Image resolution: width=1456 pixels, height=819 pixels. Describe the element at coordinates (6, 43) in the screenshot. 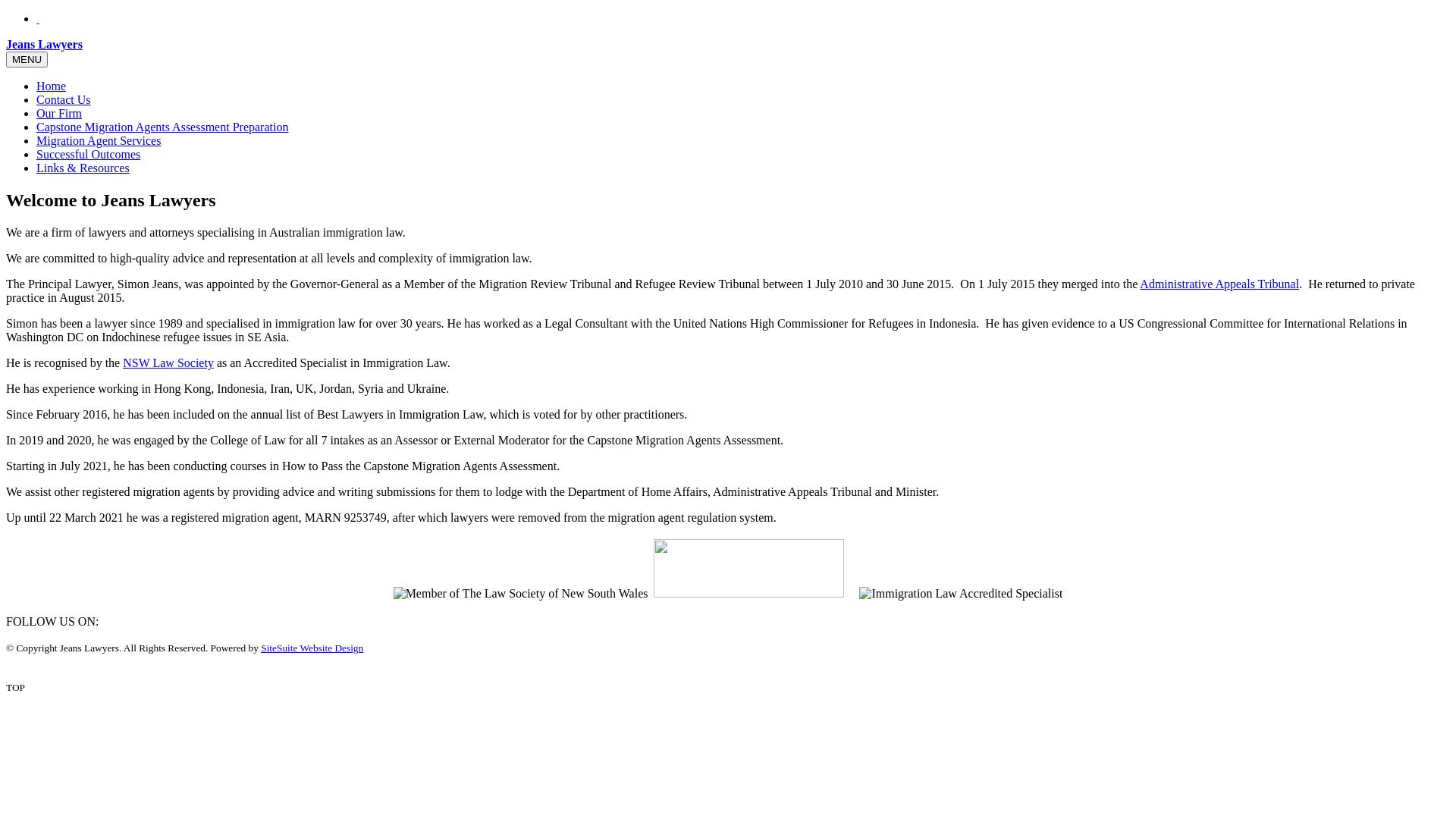

I see `'Jeans Lawyers'` at that location.